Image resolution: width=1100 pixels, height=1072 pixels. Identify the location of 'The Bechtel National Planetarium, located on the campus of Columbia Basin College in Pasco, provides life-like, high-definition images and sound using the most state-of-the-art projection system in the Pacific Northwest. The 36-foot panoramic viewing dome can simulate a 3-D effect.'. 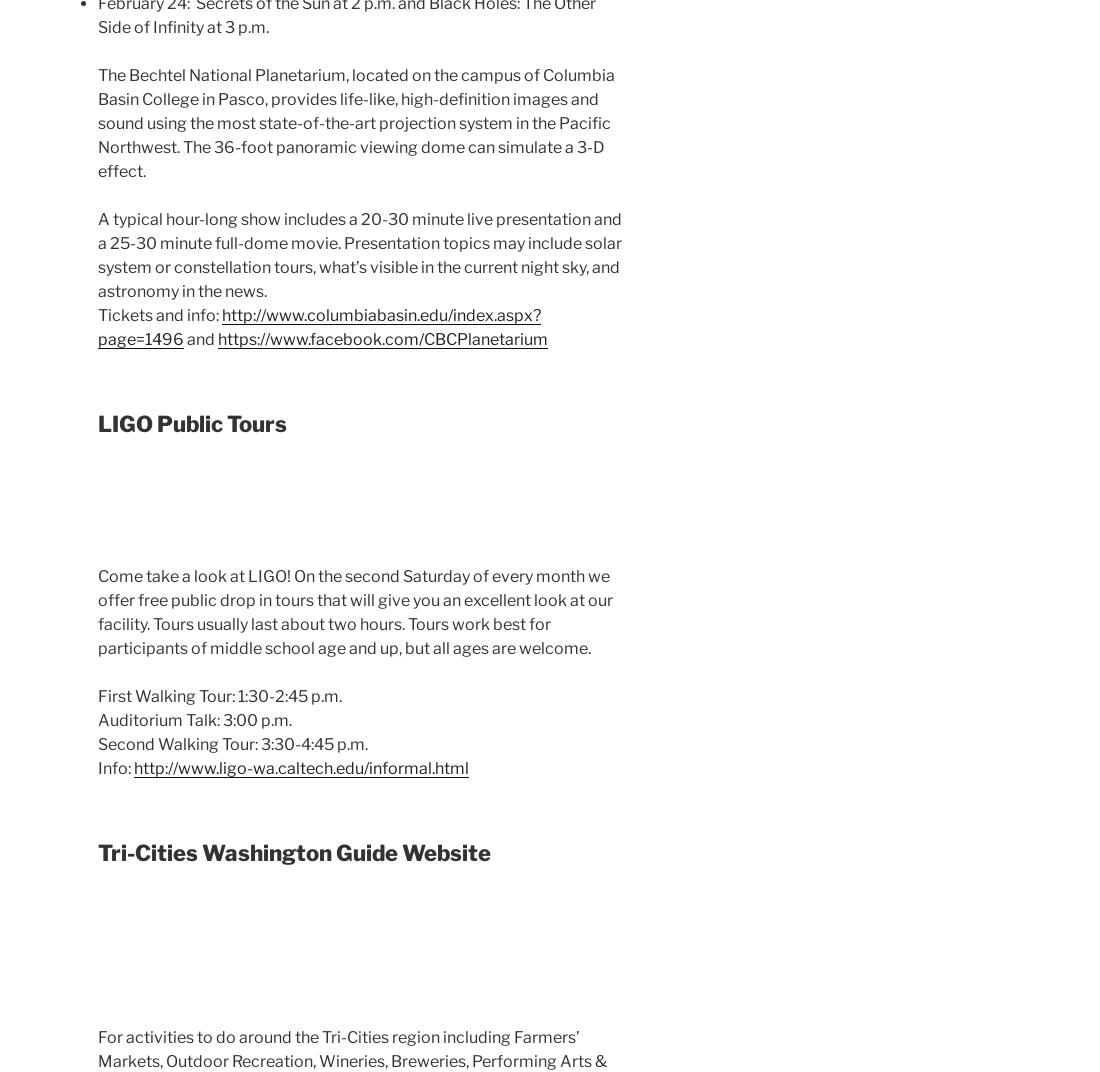
(356, 123).